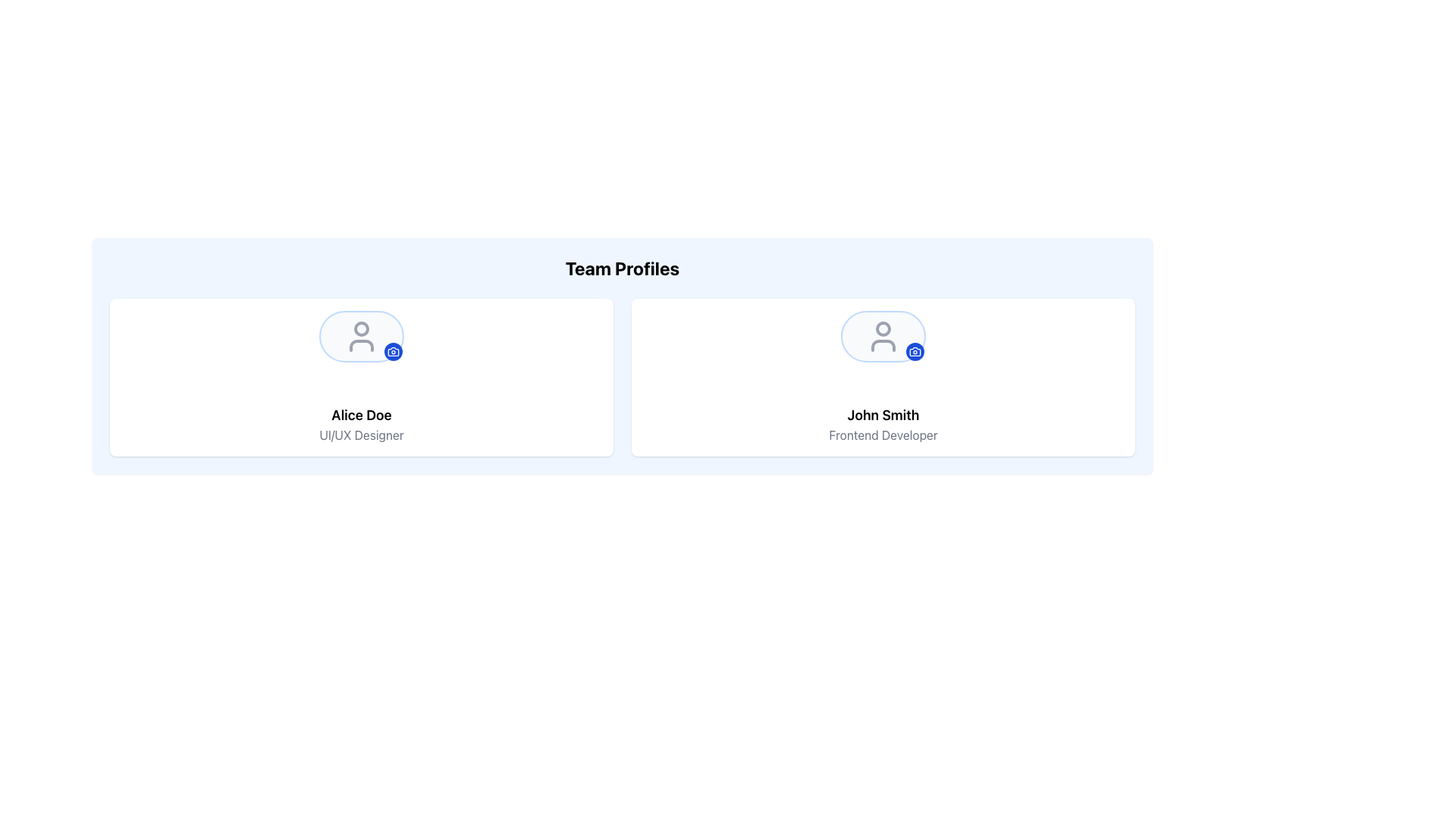 This screenshot has width=1456, height=819. What do you see at coordinates (883, 335) in the screenshot?
I see `the camera icon overlay on the circular profile picture placeholder for 'John Smith' in the 'Team Profiles' section to upload a photo` at bounding box center [883, 335].